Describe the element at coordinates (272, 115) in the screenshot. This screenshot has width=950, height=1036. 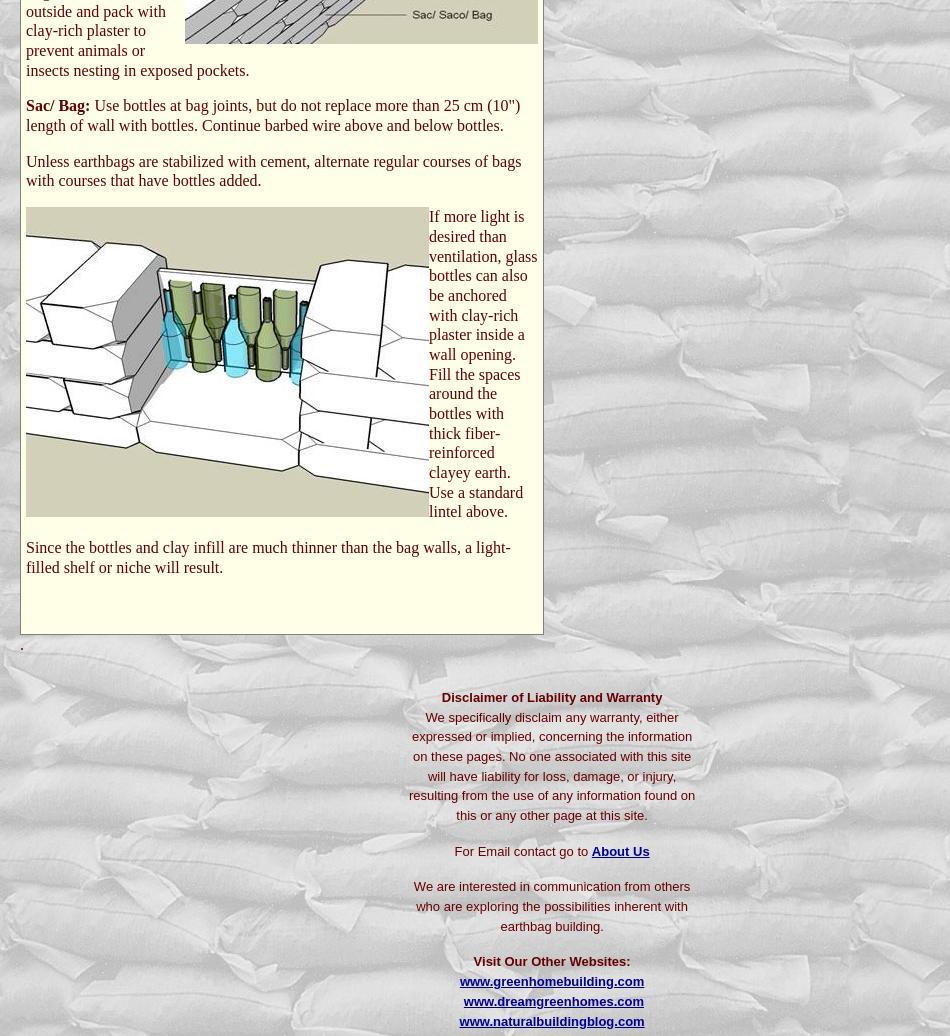
I see `'Use bottles at bag joints, but do not replace more than 25 cm (10") length of wall with bottles. Continue barbed wire above and below bottles.'` at that location.